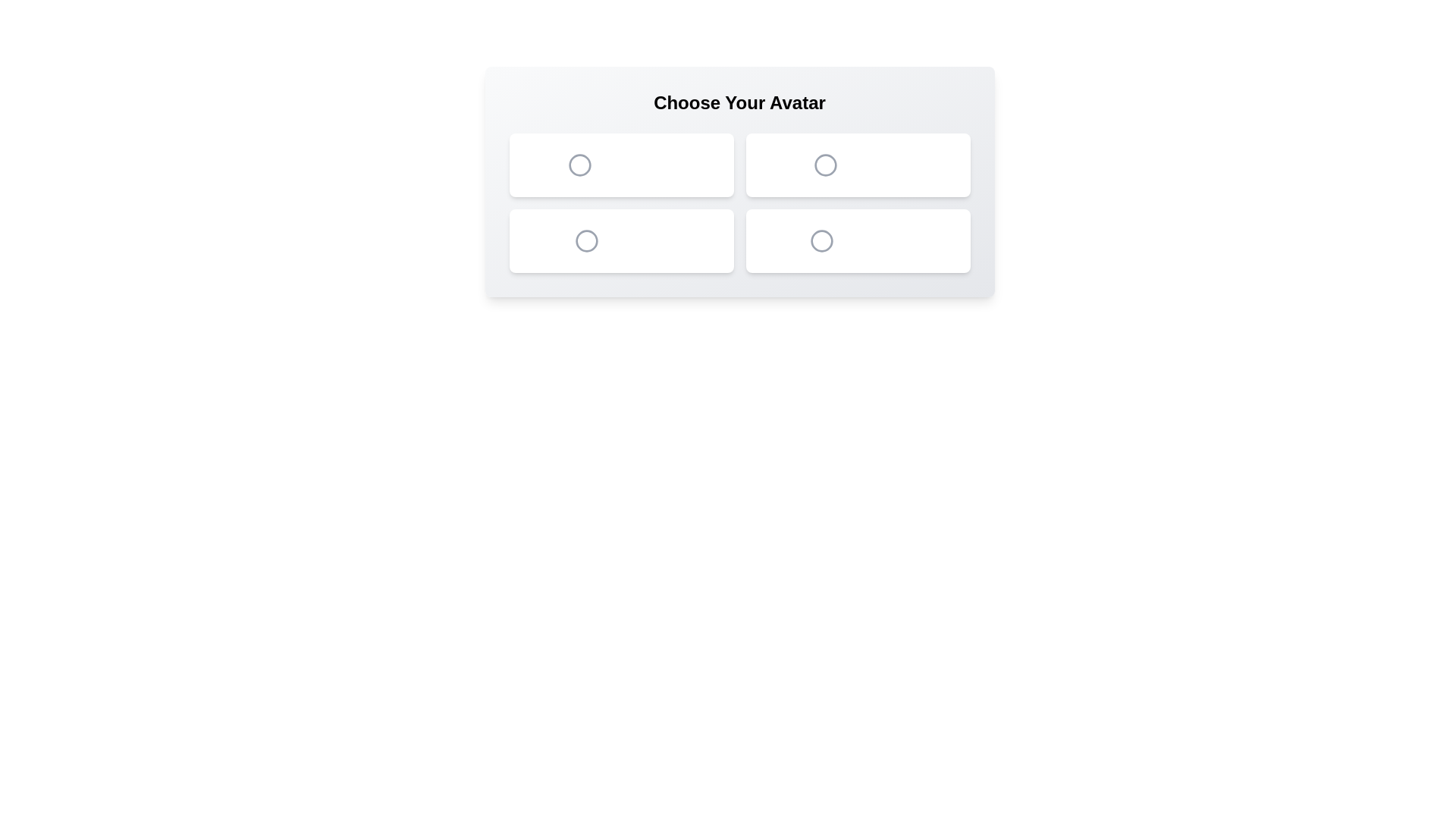  I want to click on the circular icon with a thin gray stroke located within the 'Guardian' card, positioned at the center-left below the card's label text 'Guardian', so click(585, 240).